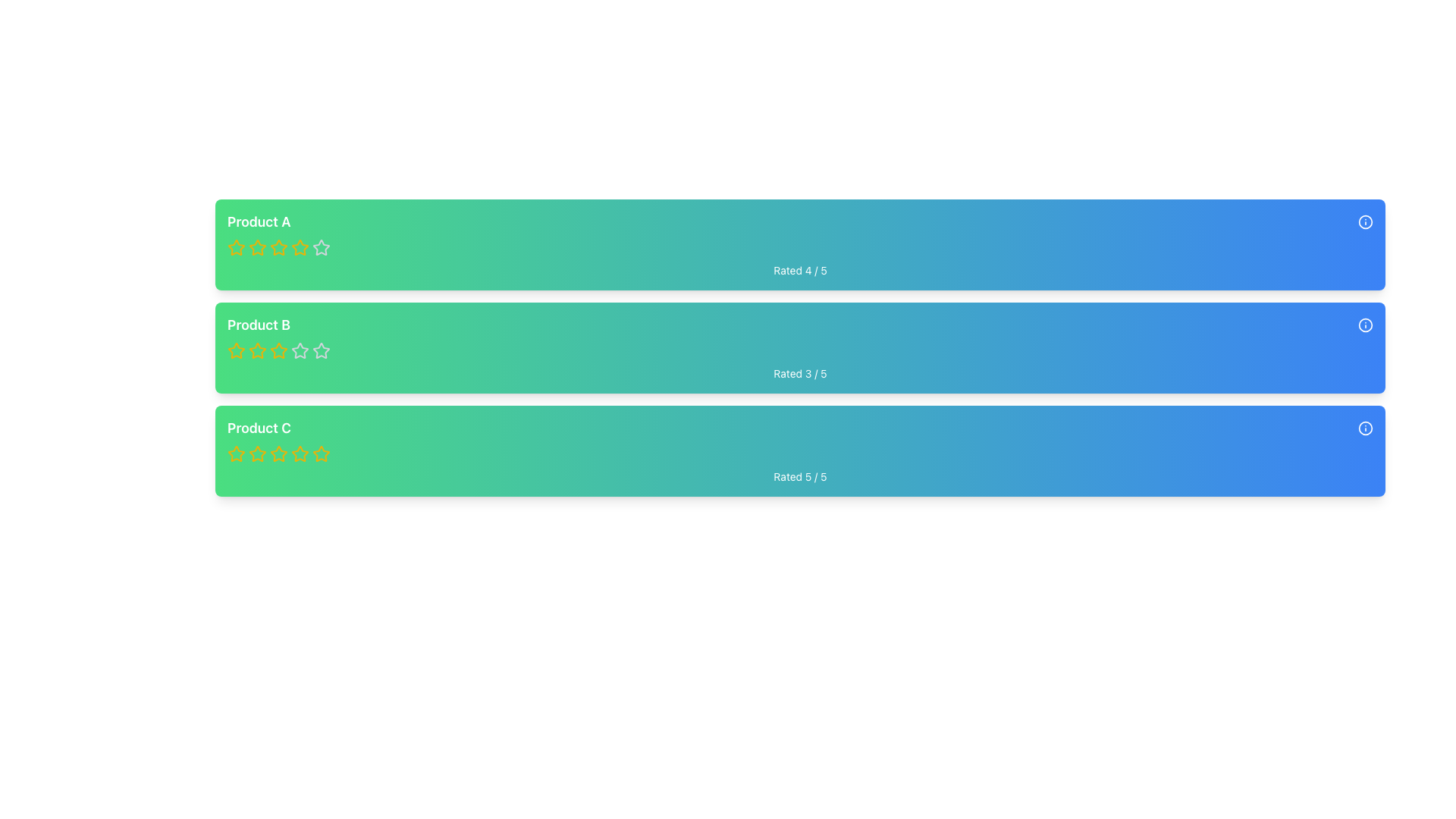 The height and width of the screenshot is (819, 1456). What do you see at coordinates (300, 247) in the screenshot?
I see `the fifth star-shaped icon with a yellow outline in the rating section for 'Product A' to interact with it` at bounding box center [300, 247].